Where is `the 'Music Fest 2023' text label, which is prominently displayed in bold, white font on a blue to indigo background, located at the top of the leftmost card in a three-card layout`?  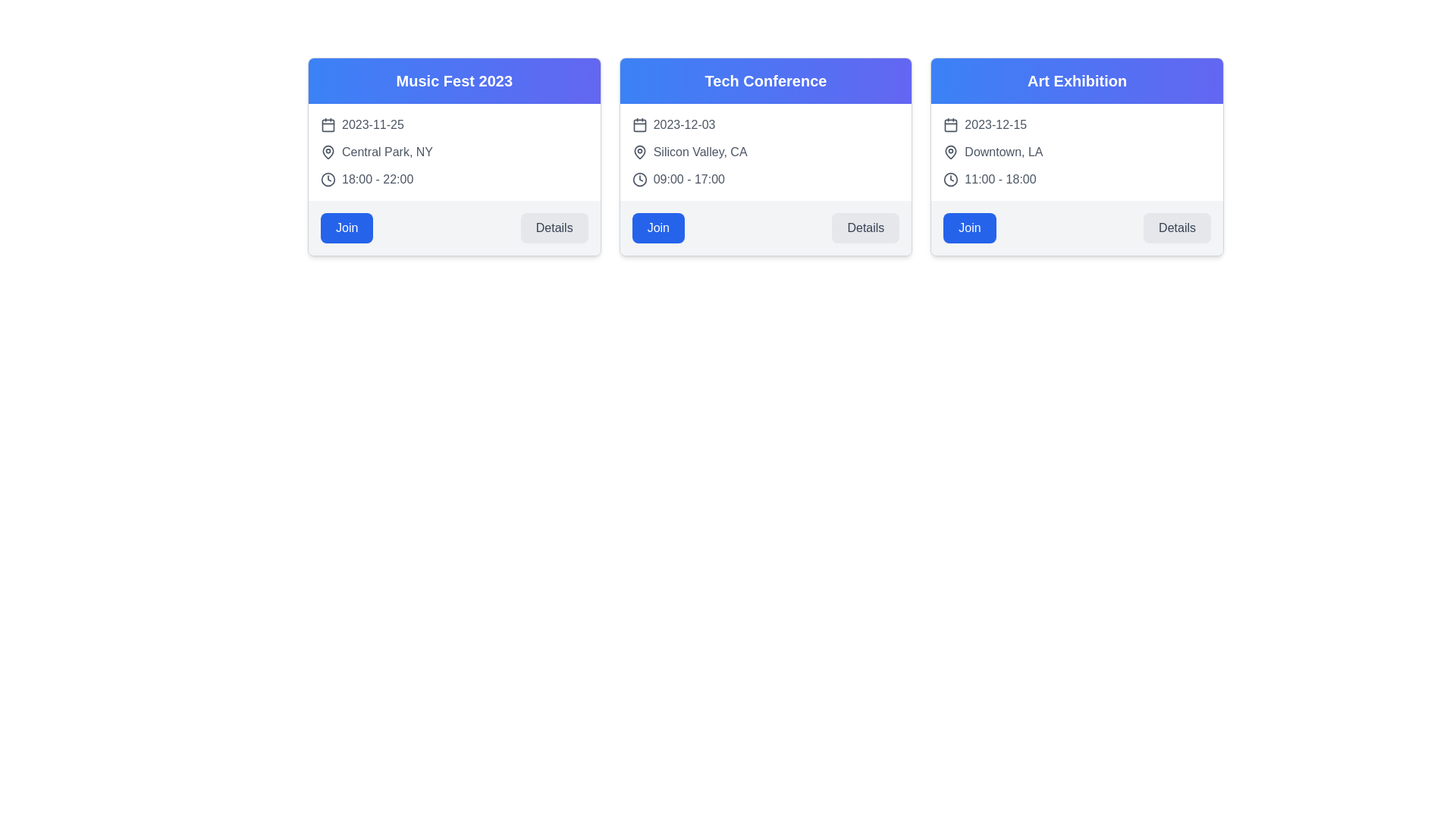
the 'Music Fest 2023' text label, which is prominently displayed in bold, white font on a blue to indigo background, located at the top of the leftmost card in a three-card layout is located at coordinates (453, 81).